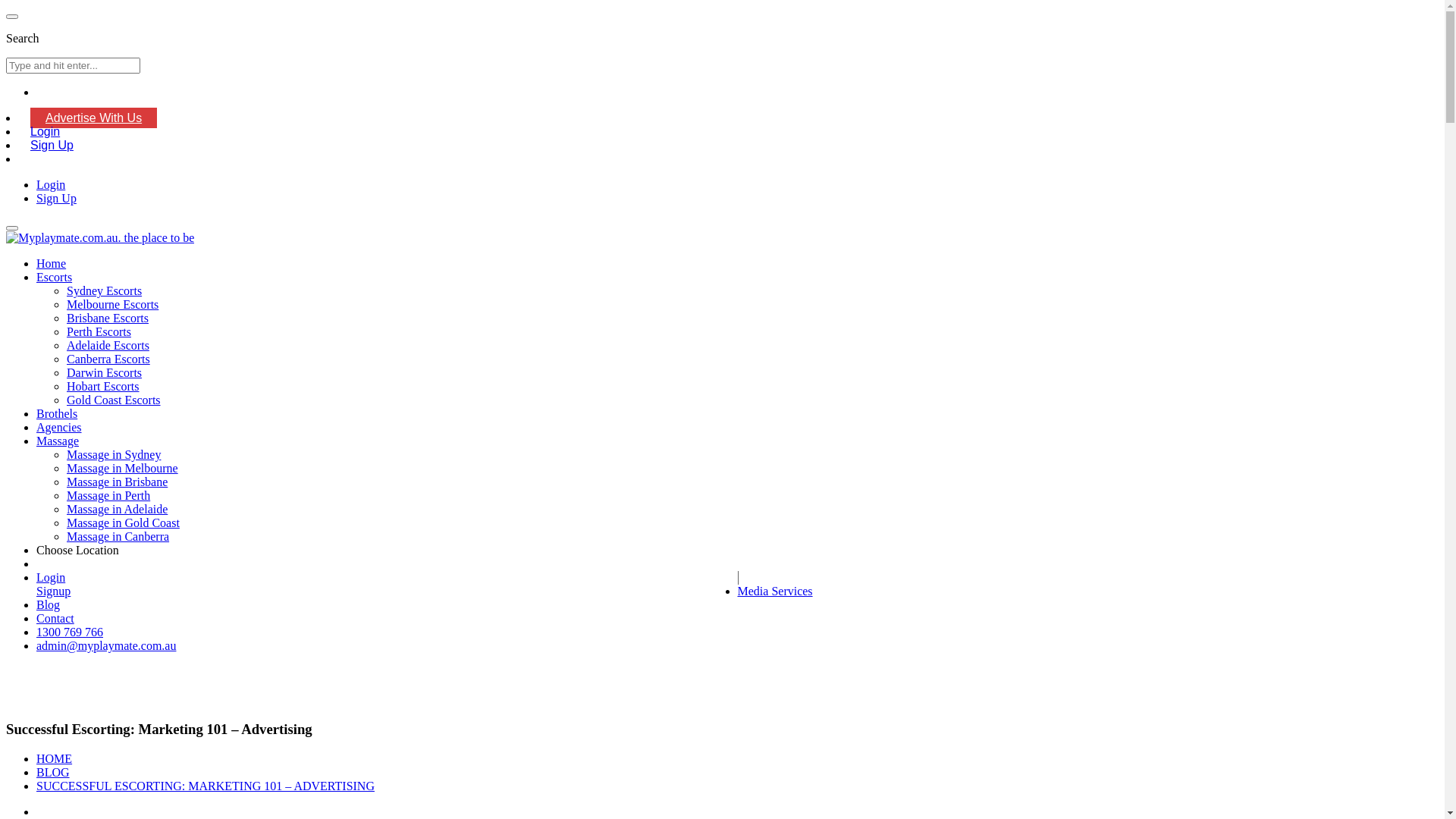  What do you see at coordinates (57, 413) in the screenshot?
I see `'Brothels'` at bounding box center [57, 413].